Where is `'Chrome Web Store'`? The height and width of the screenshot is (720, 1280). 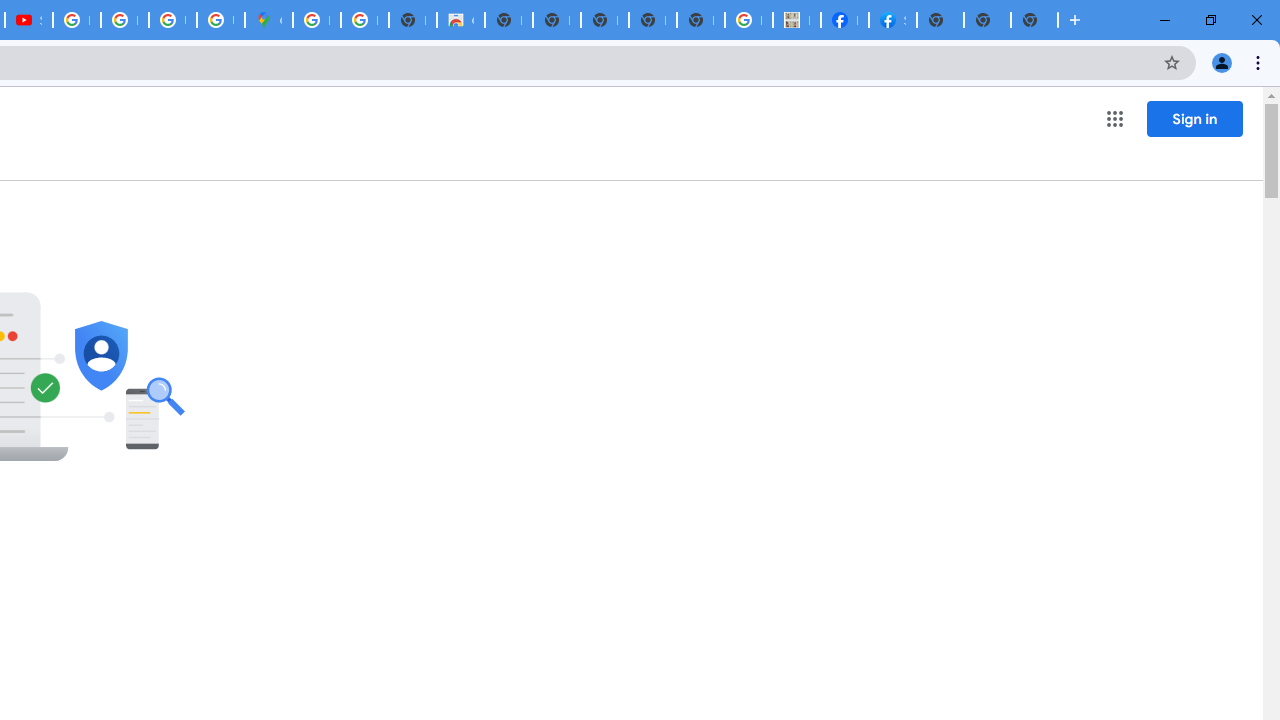 'Chrome Web Store' is located at coordinates (459, 20).